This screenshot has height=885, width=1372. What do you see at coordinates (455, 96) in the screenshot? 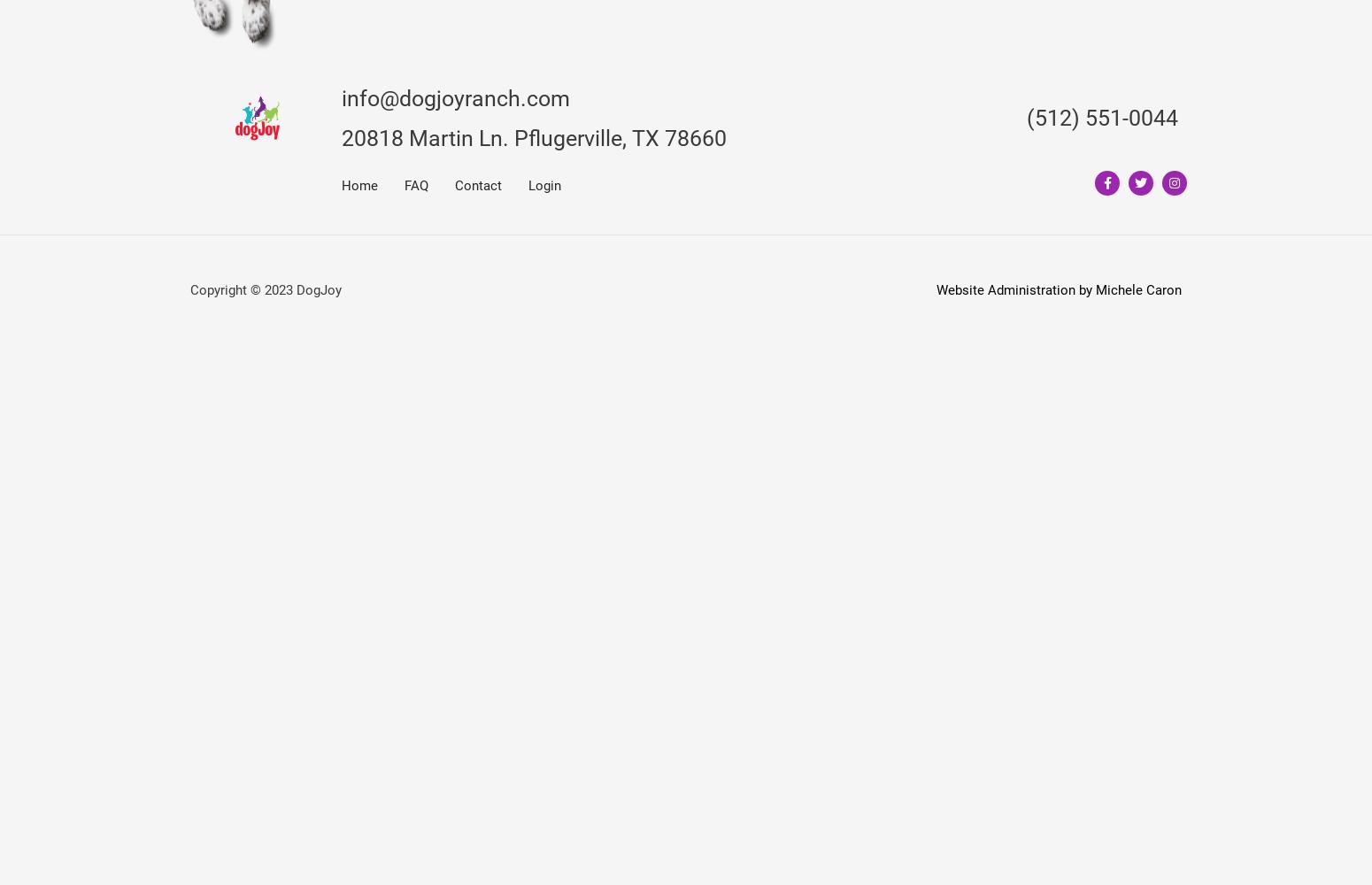
I see `'info@dogjoyranch.com'` at bounding box center [455, 96].